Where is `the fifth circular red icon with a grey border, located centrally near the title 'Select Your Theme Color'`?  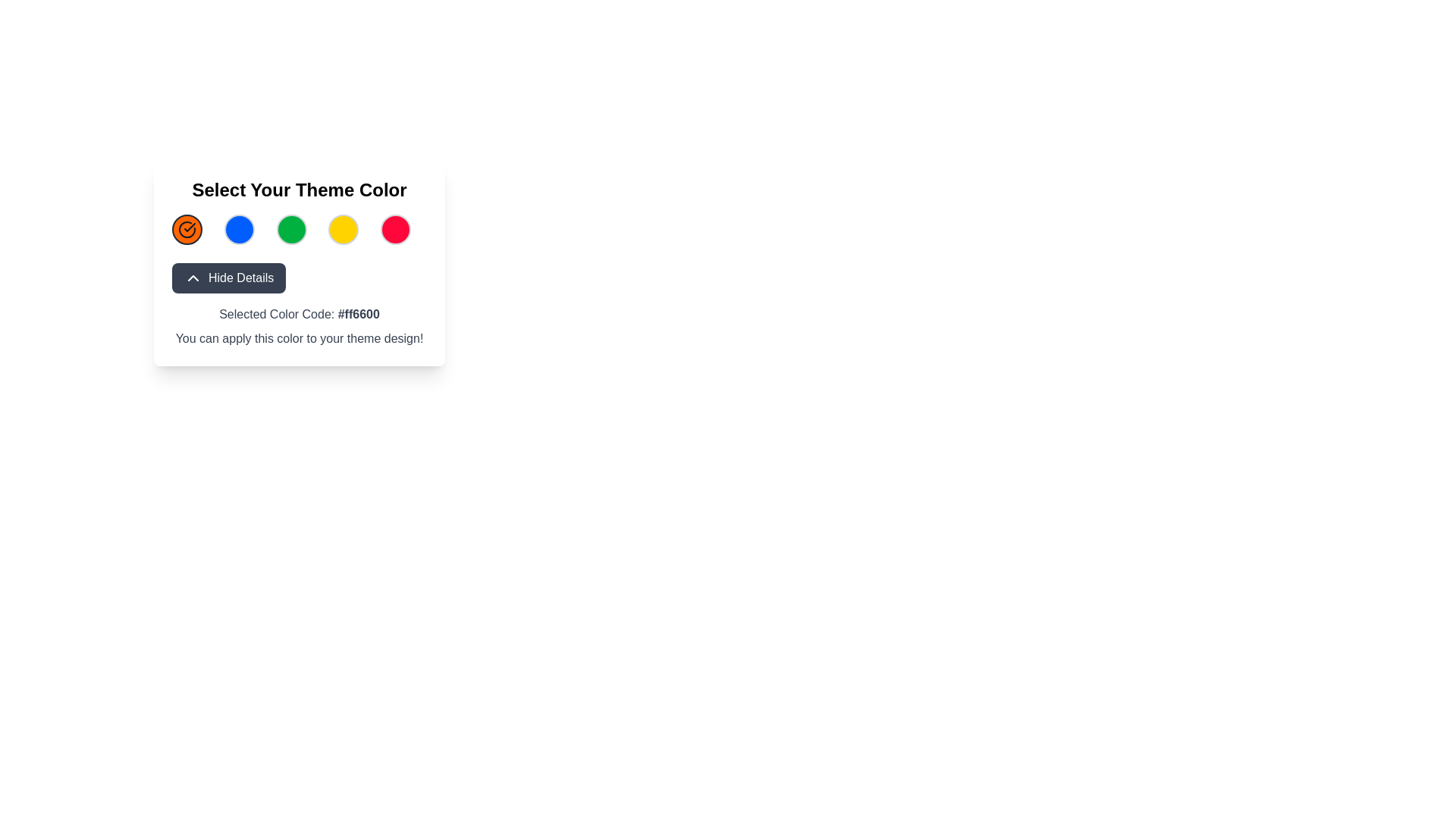 the fifth circular red icon with a grey border, located centrally near the title 'Select Your Theme Color' is located at coordinates (396, 230).